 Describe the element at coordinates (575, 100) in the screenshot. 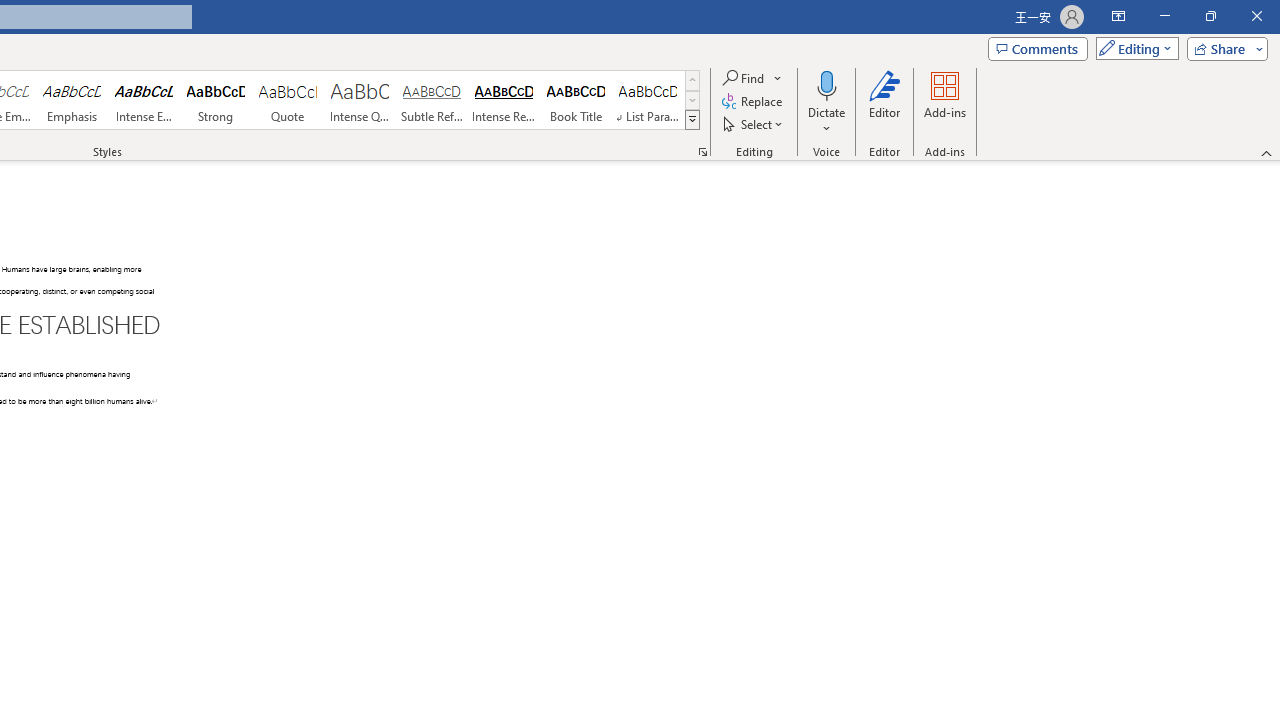

I see `'Book Title'` at that location.